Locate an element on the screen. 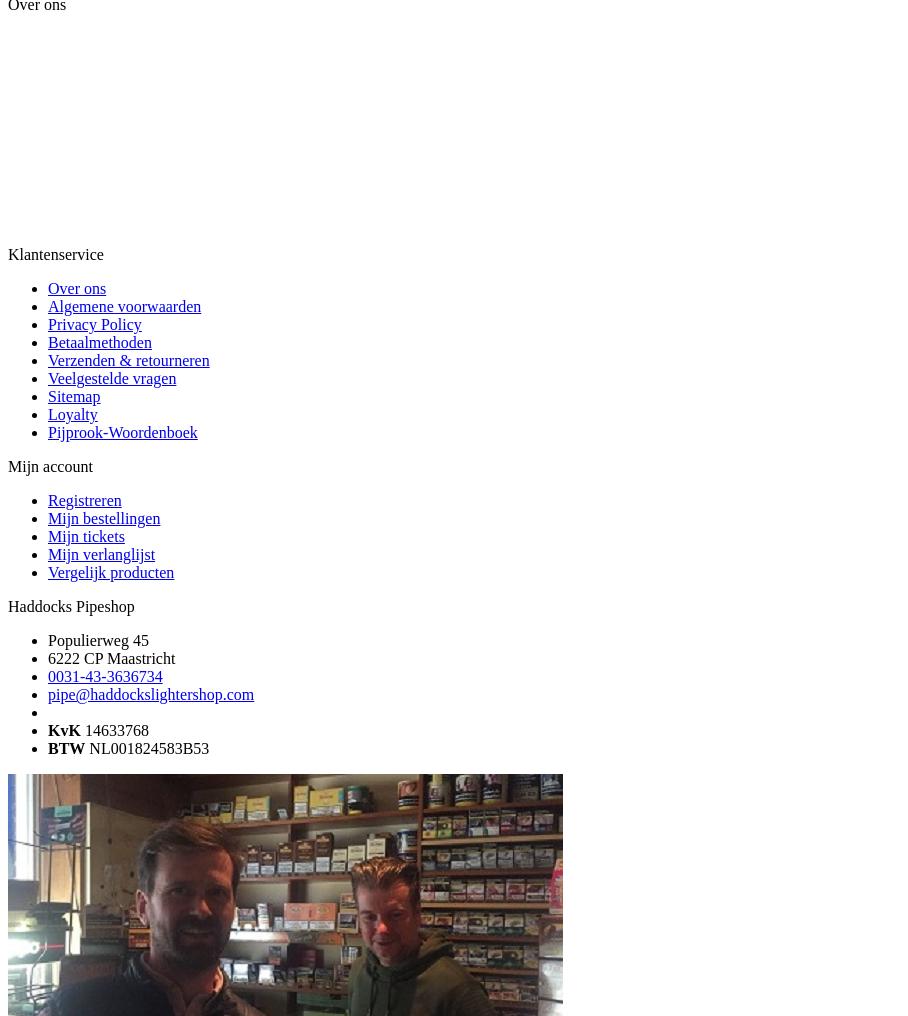  'Sitemap' is located at coordinates (74, 395).